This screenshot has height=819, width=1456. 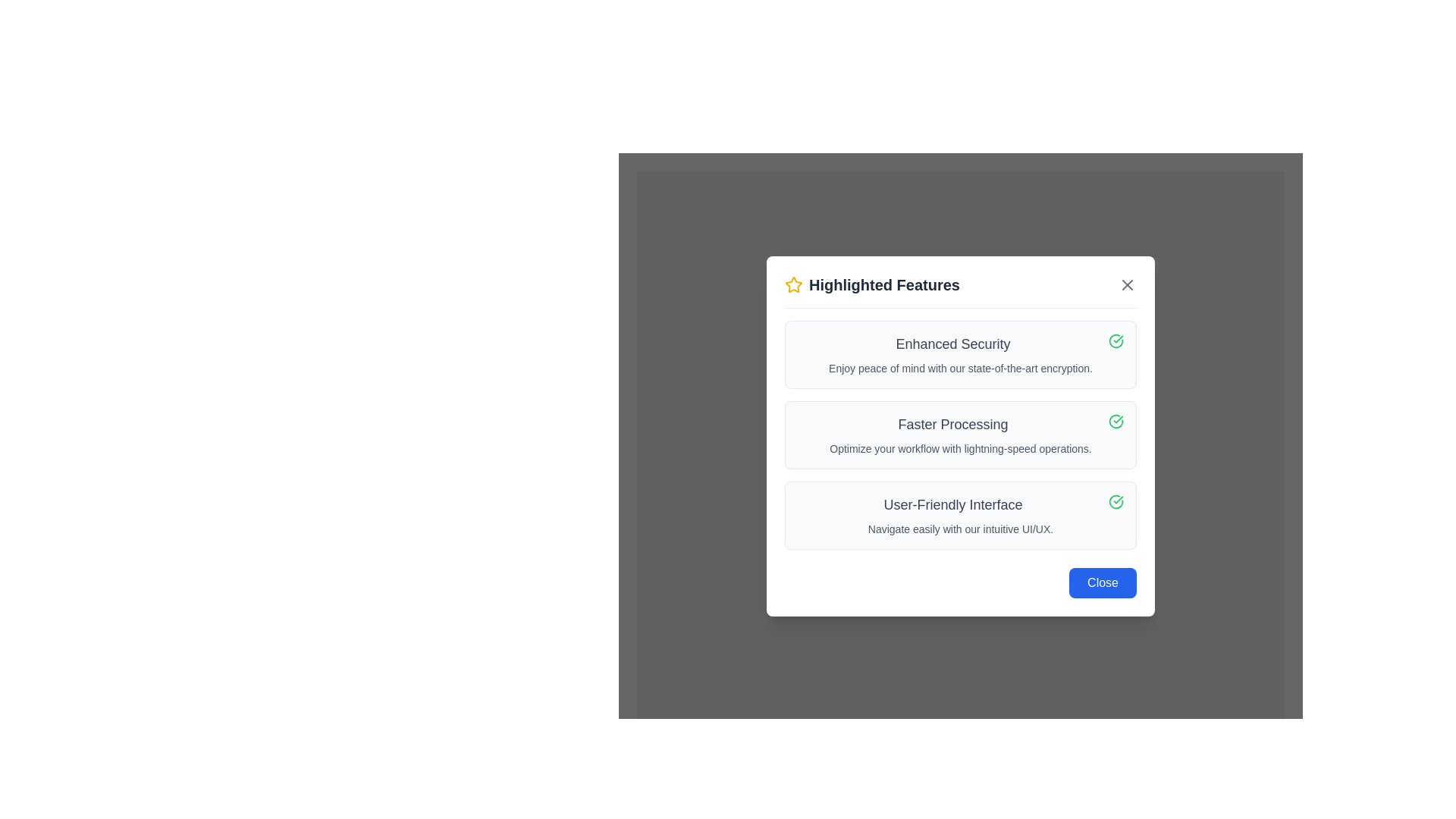 I want to click on the lower-right part of the 'X' shape within the close button located in the top right corner of the 'Highlighted Features' modal dialog, so click(x=1128, y=284).